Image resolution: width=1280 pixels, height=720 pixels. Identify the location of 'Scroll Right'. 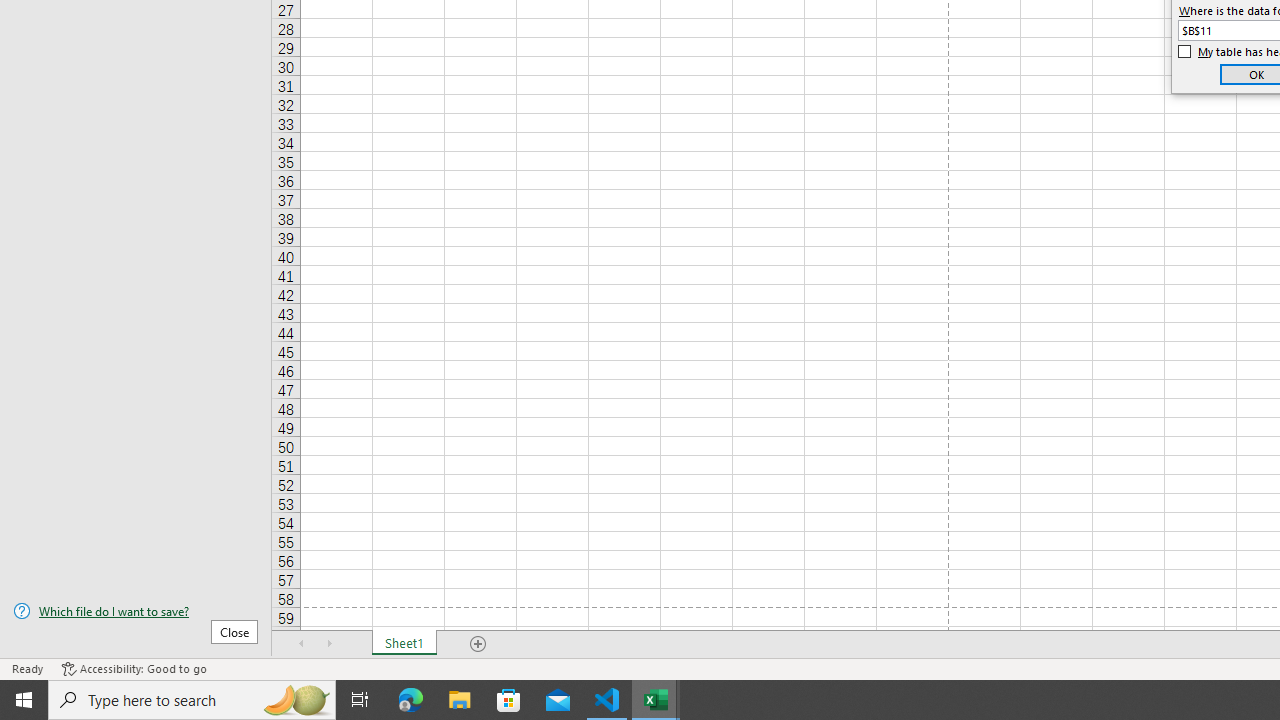
(330, 644).